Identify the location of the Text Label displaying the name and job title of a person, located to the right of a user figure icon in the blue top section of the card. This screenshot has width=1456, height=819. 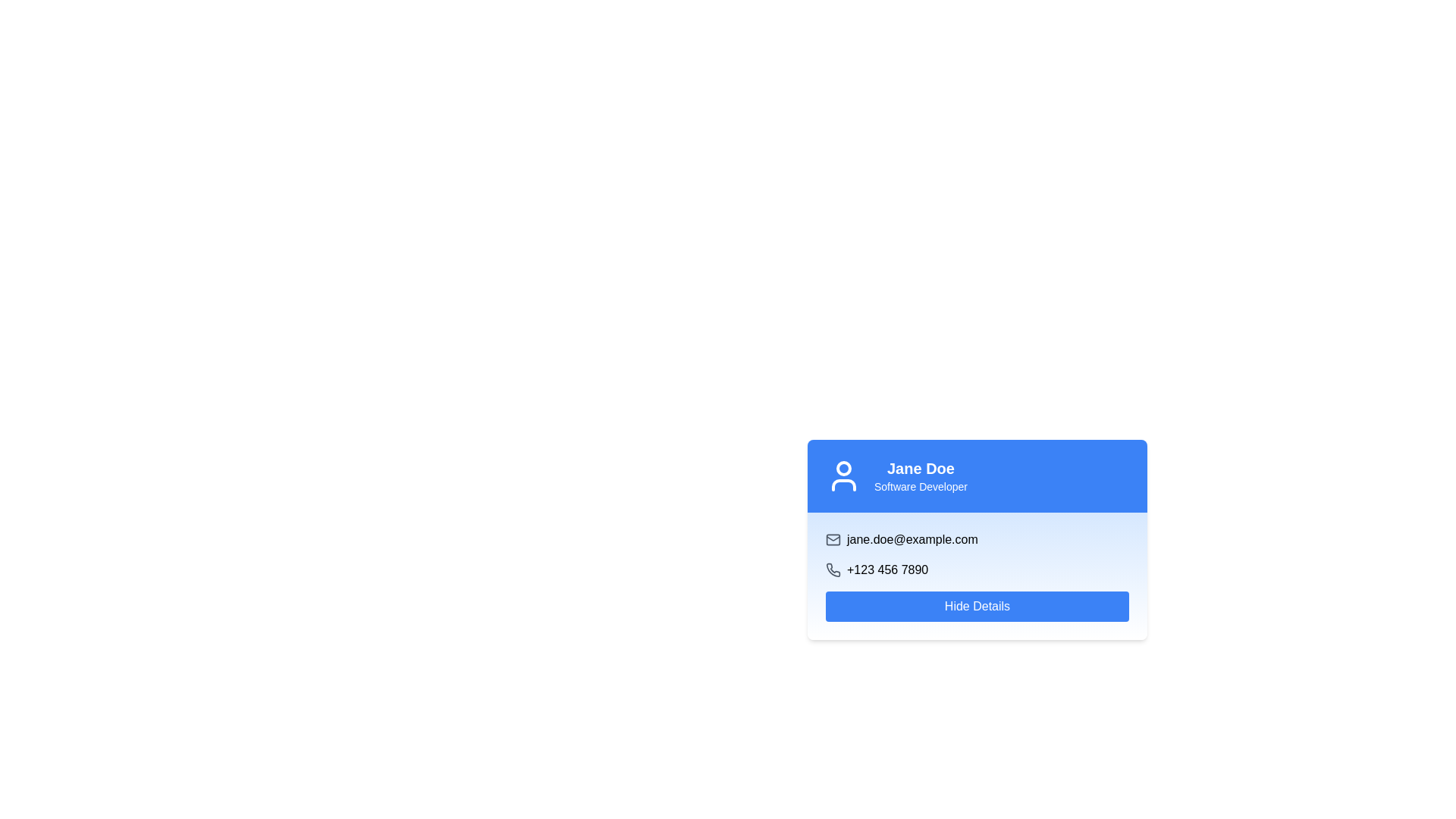
(920, 475).